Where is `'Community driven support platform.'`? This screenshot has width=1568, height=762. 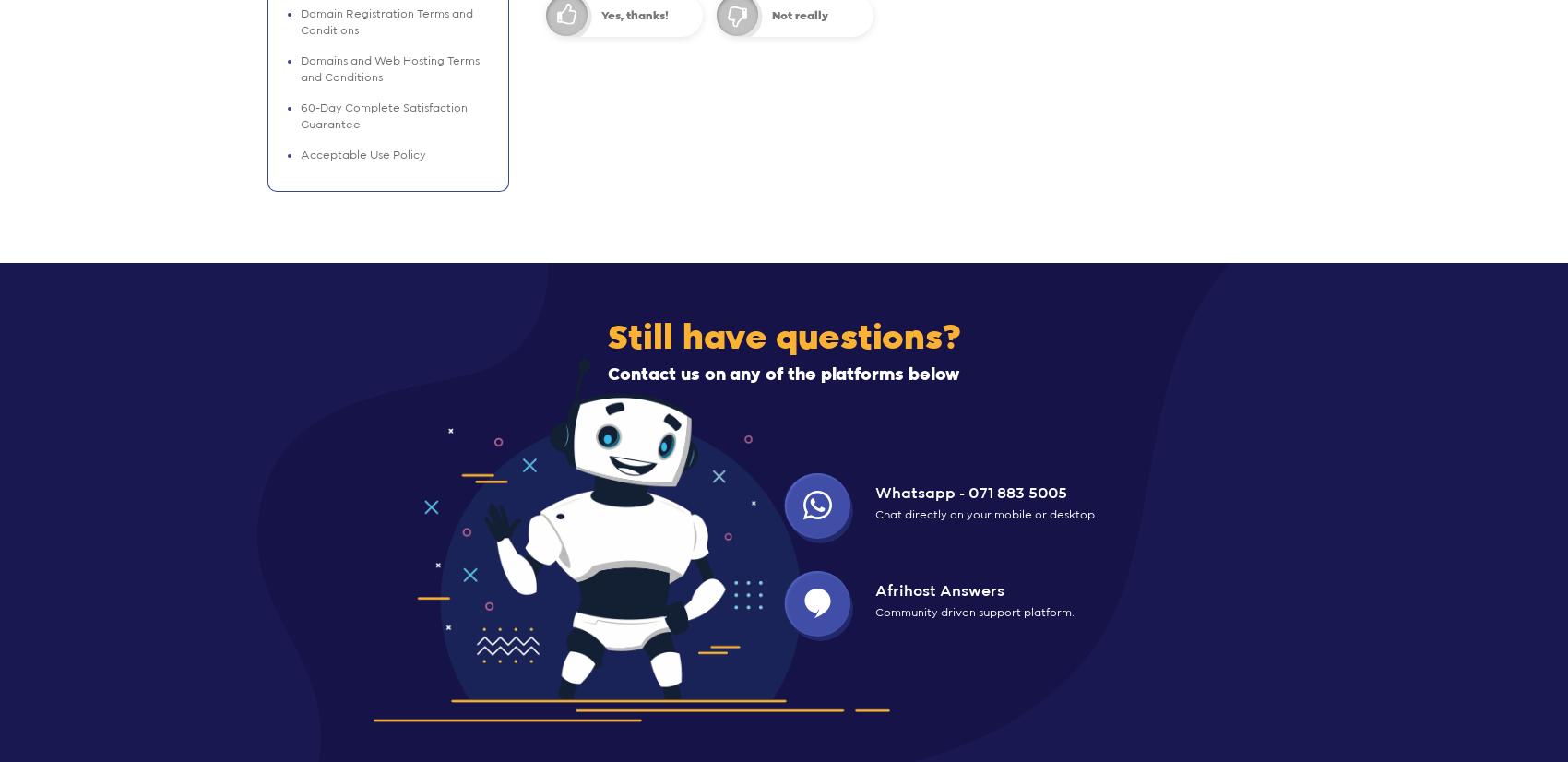
'Community driven support platform.' is located at coordinates (974, 612).